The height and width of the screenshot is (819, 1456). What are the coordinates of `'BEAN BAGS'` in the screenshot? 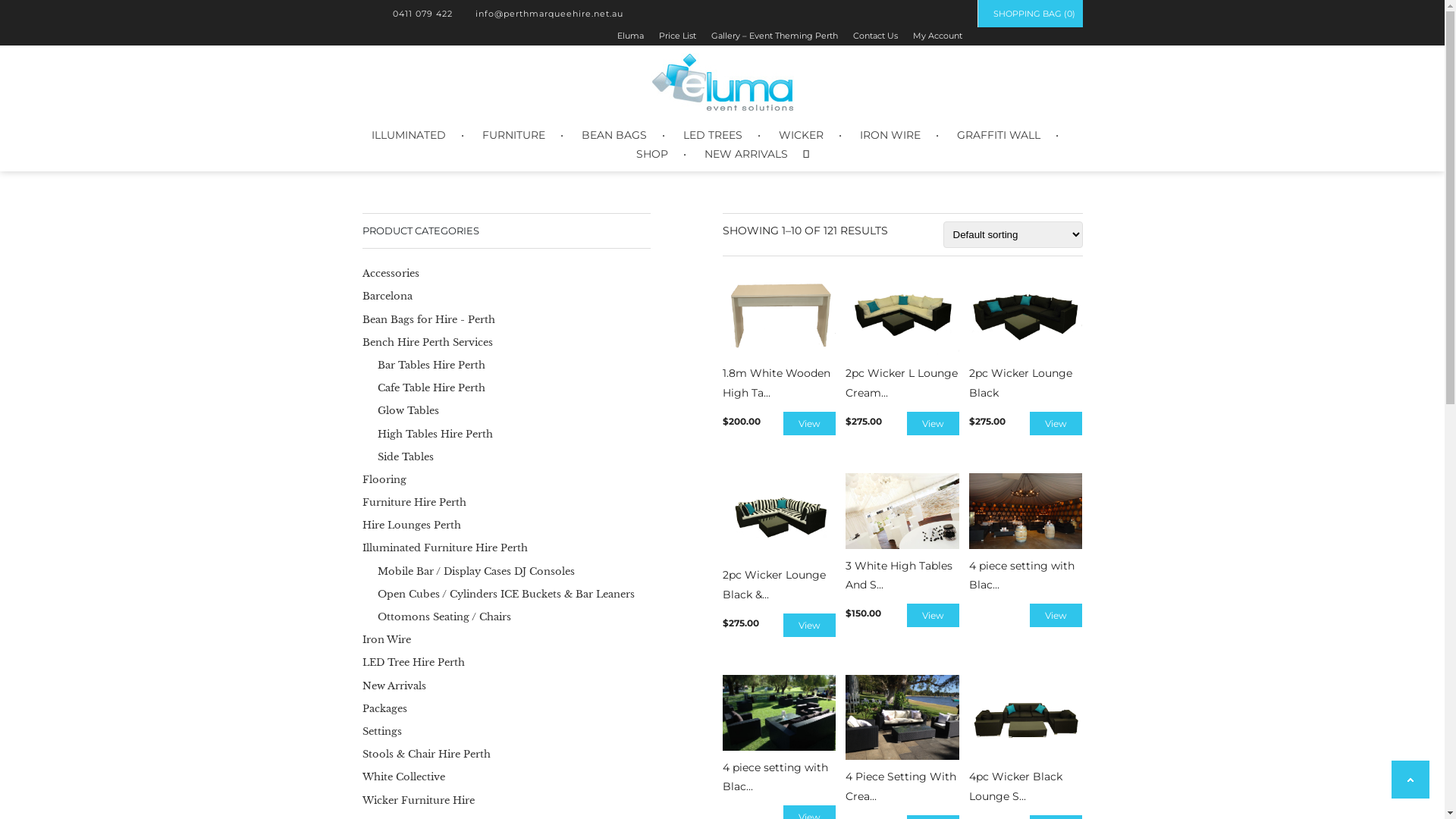 It's located at (613, 134).